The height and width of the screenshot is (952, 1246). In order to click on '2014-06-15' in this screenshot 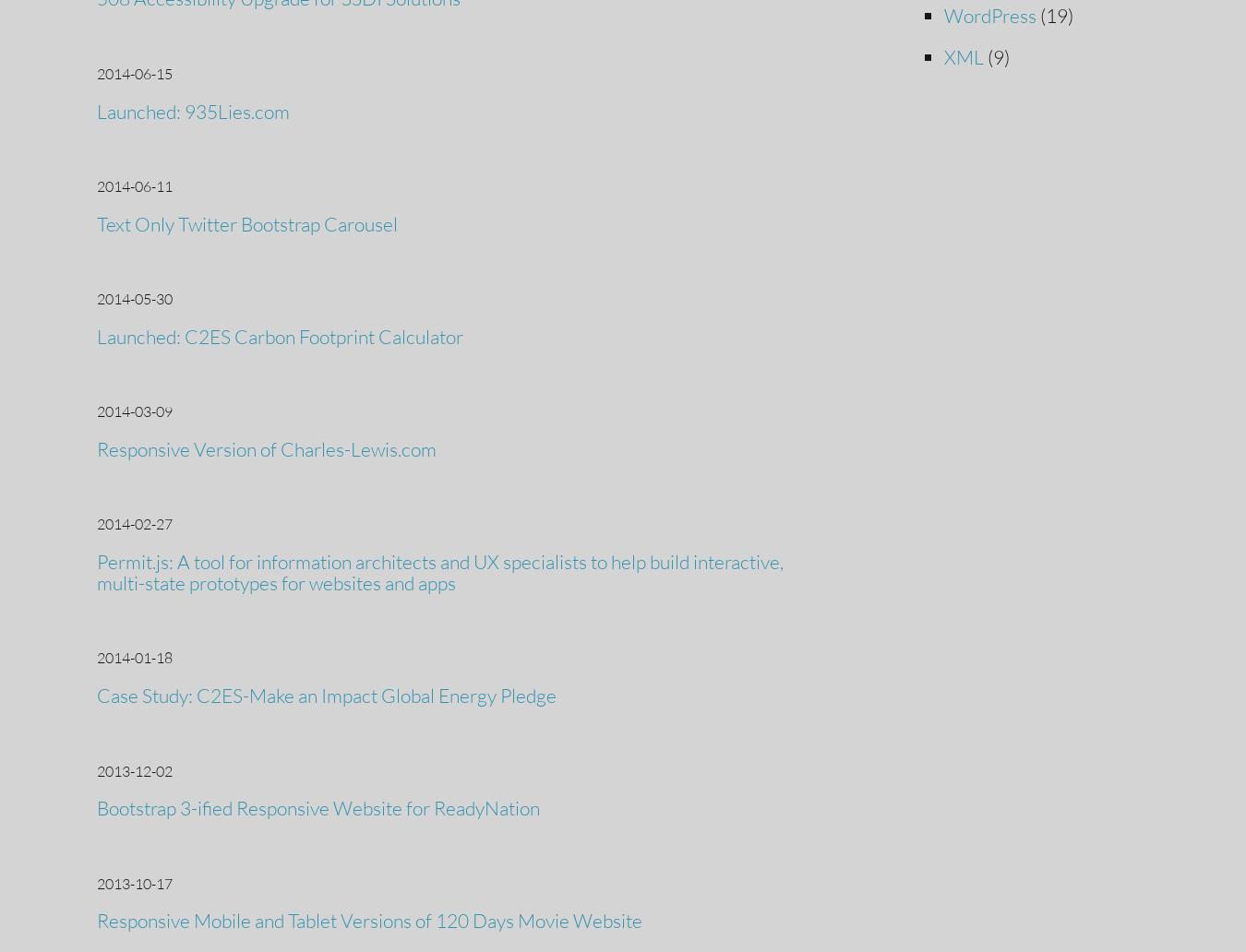, I will do `click(134, 73)`.